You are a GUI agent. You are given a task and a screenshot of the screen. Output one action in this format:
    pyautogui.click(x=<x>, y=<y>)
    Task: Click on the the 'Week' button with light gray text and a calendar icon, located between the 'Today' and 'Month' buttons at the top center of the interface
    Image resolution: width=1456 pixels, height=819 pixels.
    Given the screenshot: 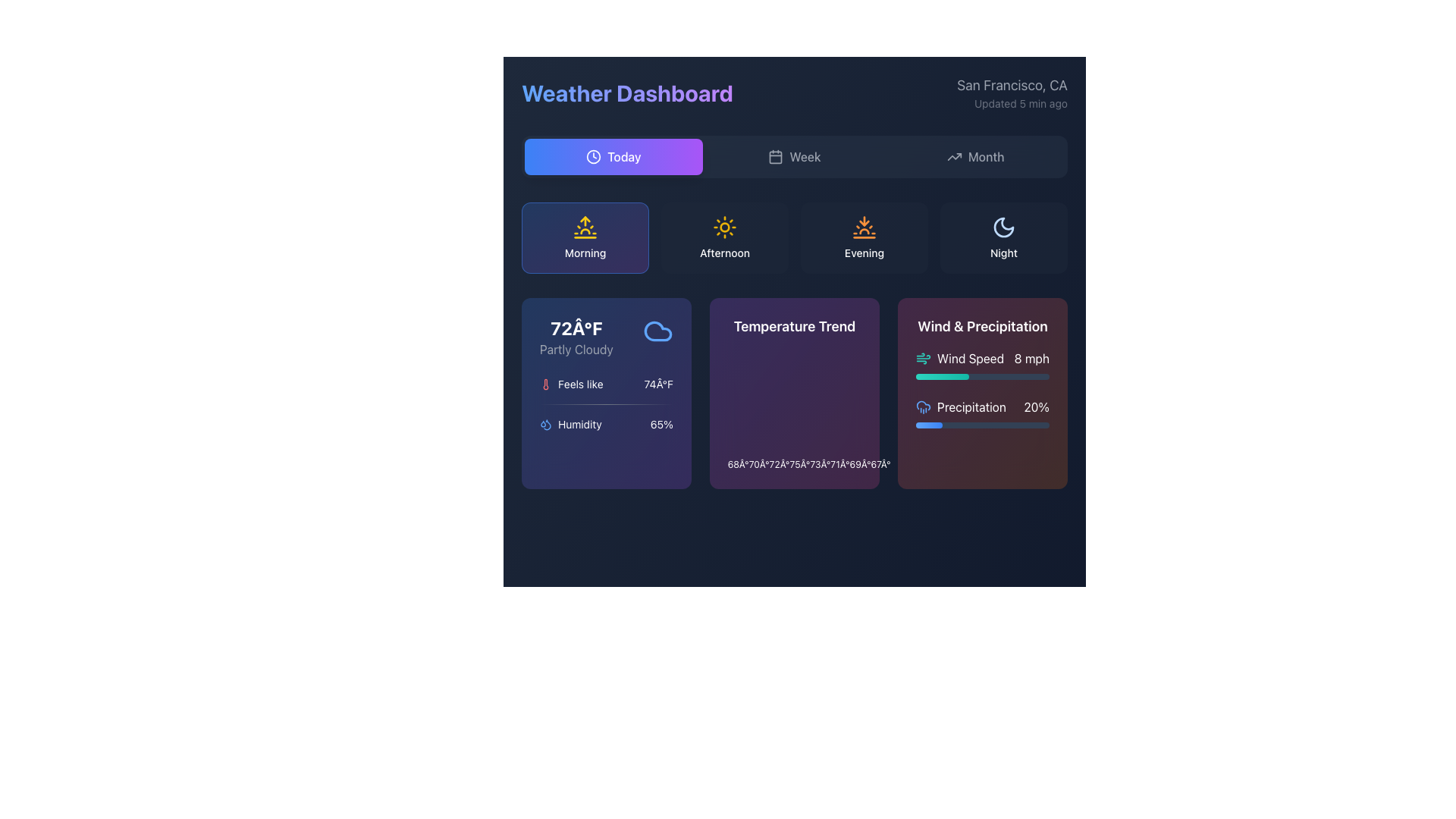 What is the action you would take?
    pyautogui.click(x=793, y=157)
    